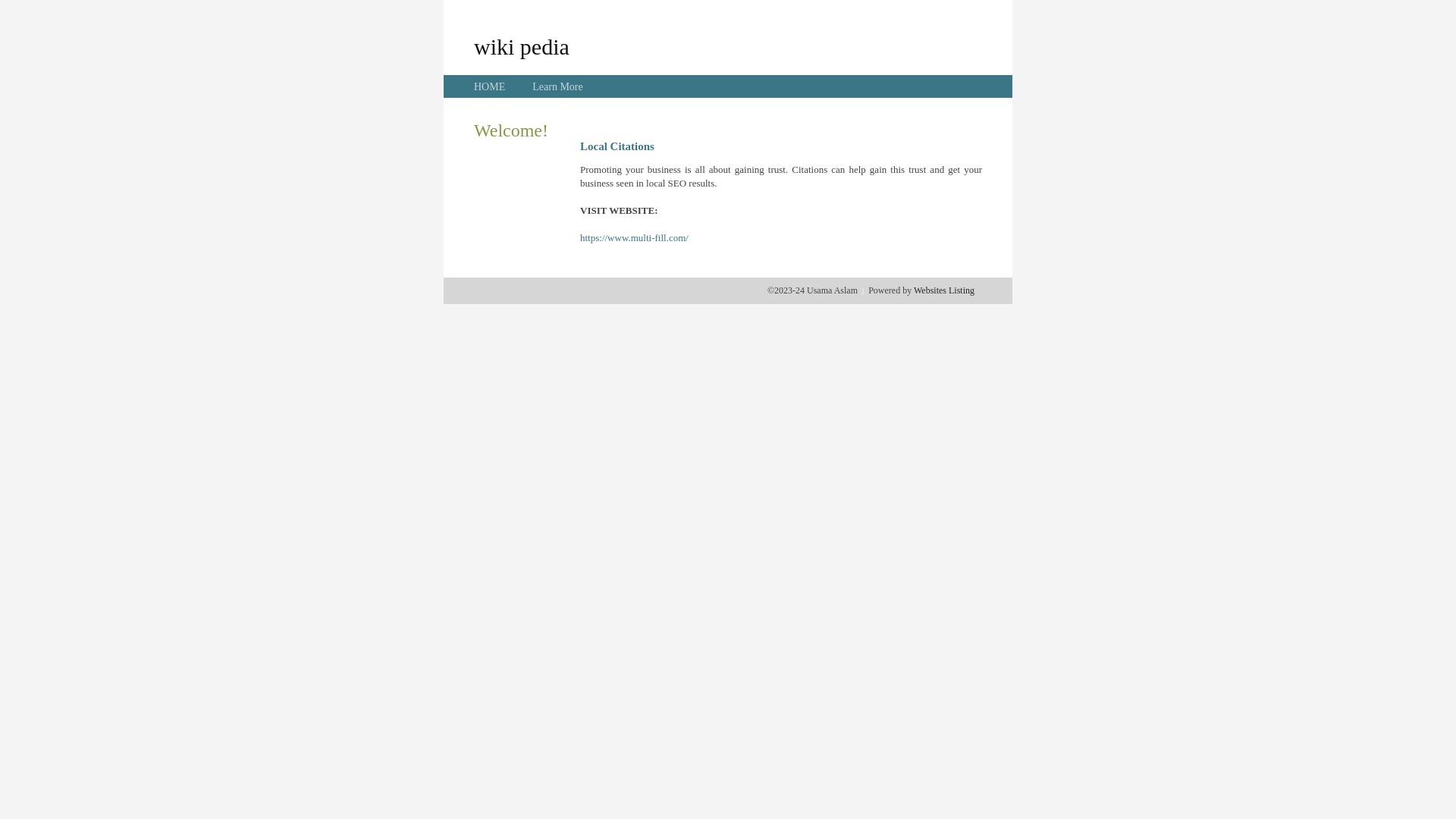  Describe the element at coordinates (634, 237) in the screenshot. I see `'https://www.multi-fill.com/'` at that location.